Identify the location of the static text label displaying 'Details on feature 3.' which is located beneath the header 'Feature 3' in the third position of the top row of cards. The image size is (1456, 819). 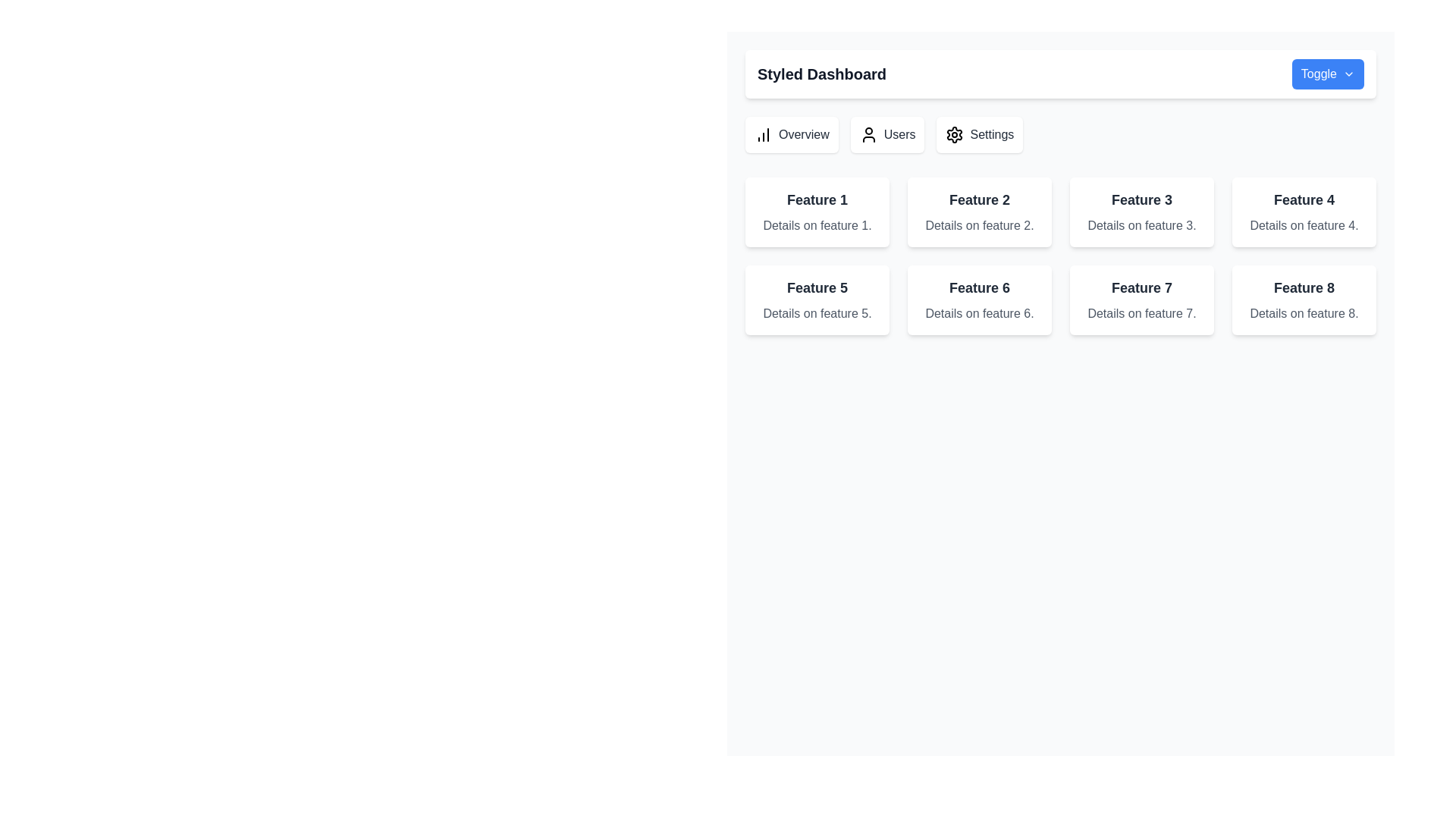
(1142, 225).